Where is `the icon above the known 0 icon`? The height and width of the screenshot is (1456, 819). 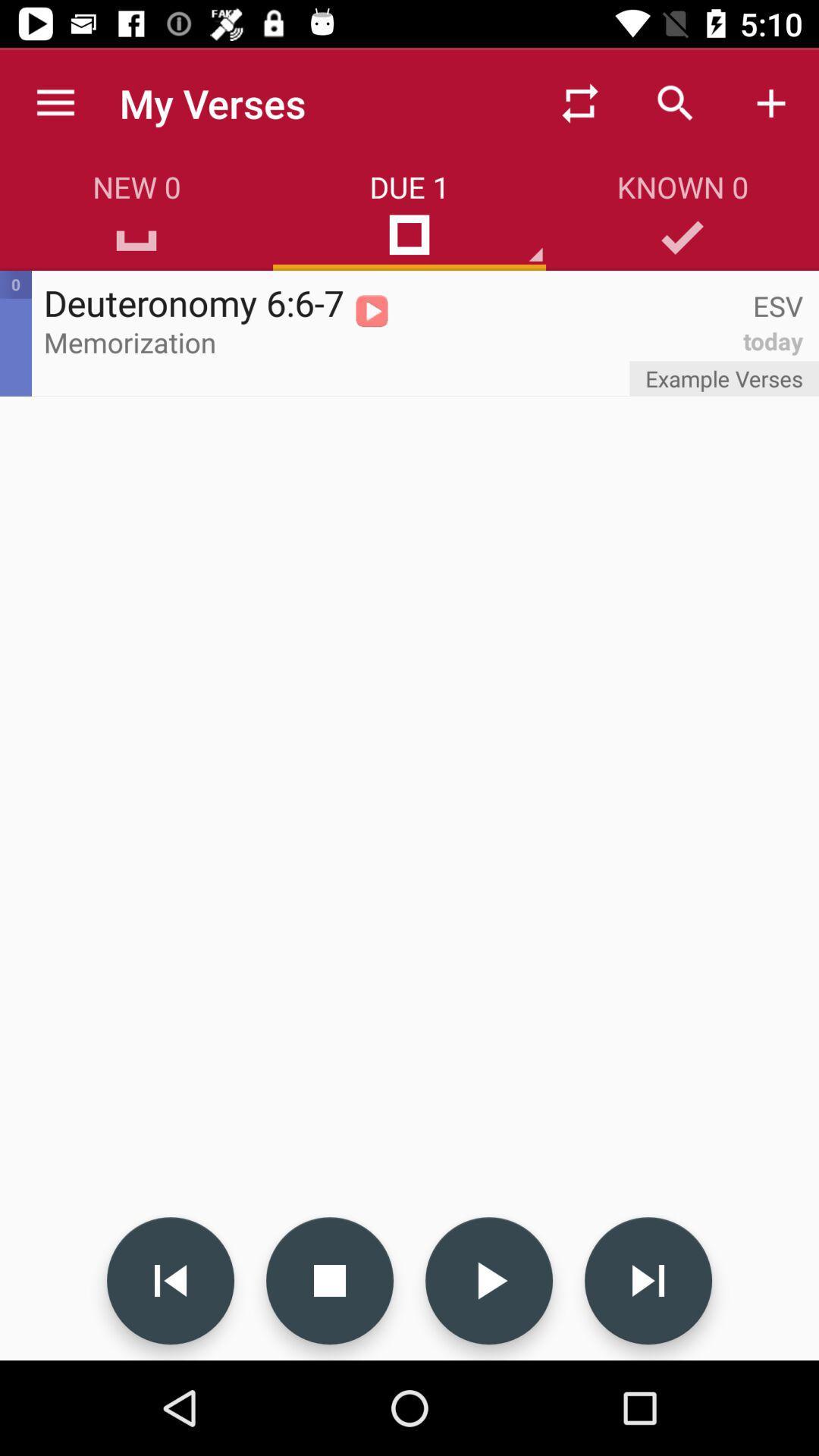 the icon above the known 0 icon is located at coordinates (675, 102).